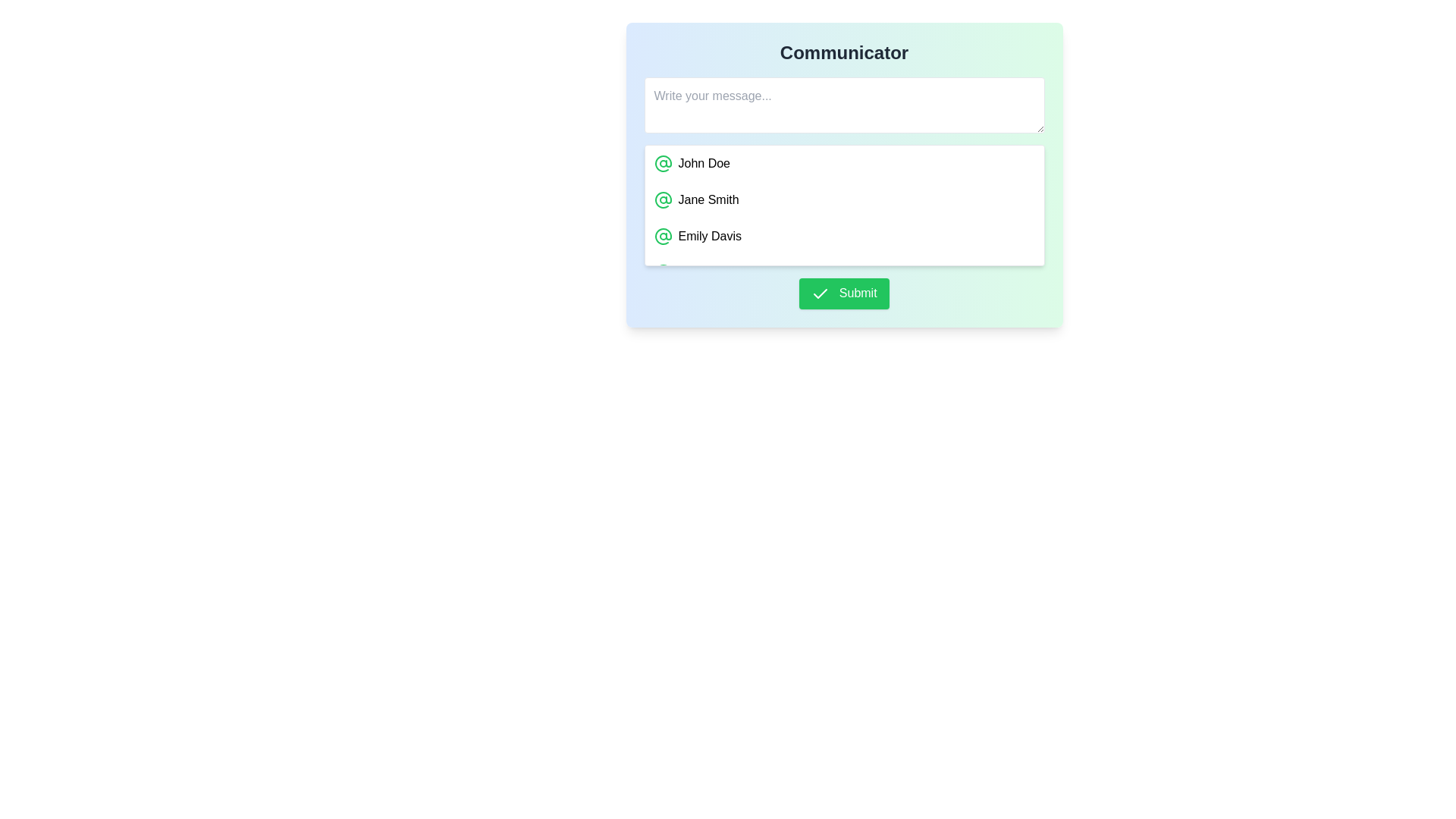 The height and width of the screenshot is (819, 1456). Describe the element at coordinates (843, 199) in the screenshot. I see `the selectable list item reading 'Jane Smith', which is the second entry in a vertical list of four` at that location.